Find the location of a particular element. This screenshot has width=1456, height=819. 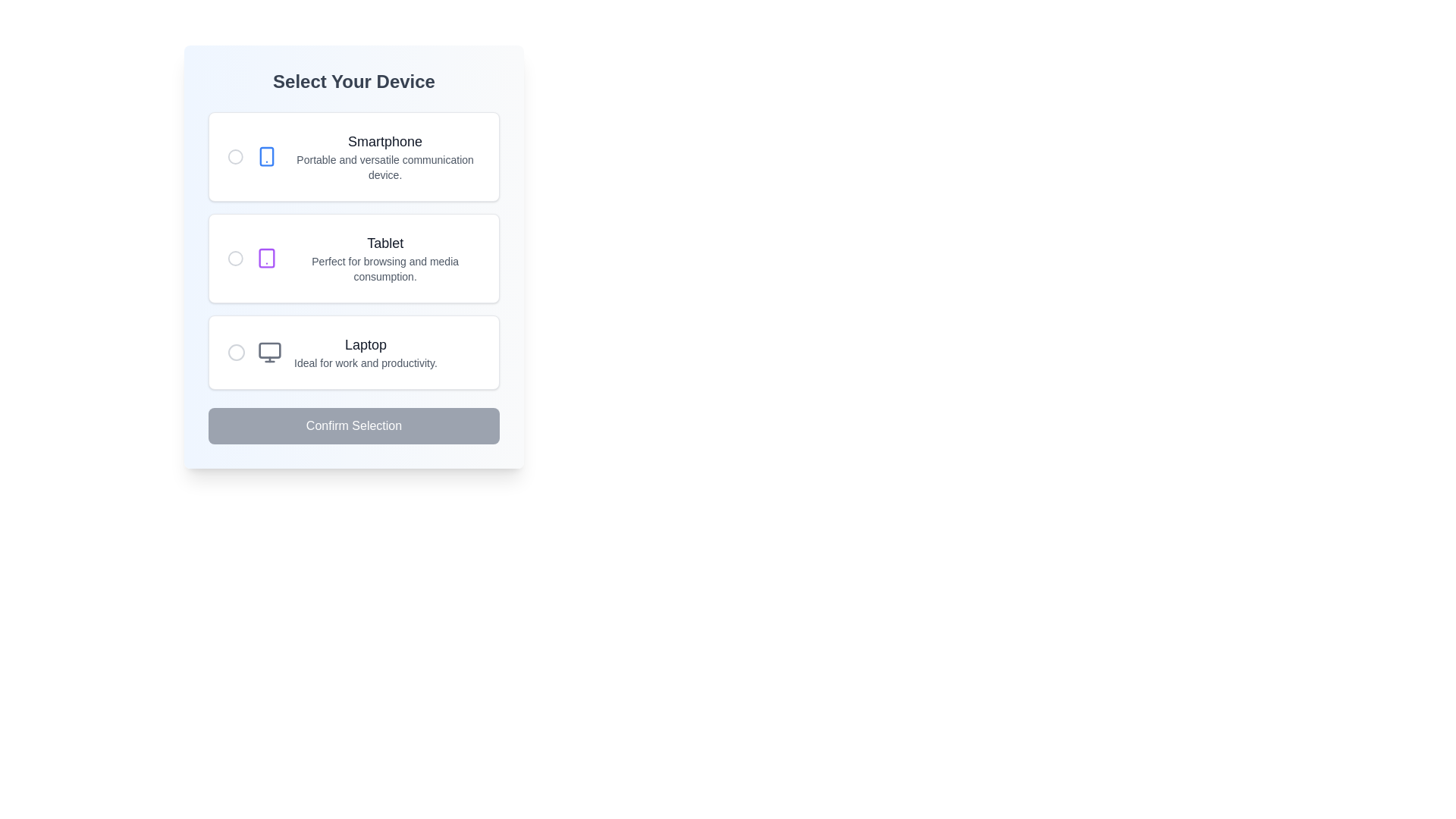

the decorative purple rounded rectangle inside the tablet icon representing the 'Tablet' selection option is located at coordinates (266, 257).